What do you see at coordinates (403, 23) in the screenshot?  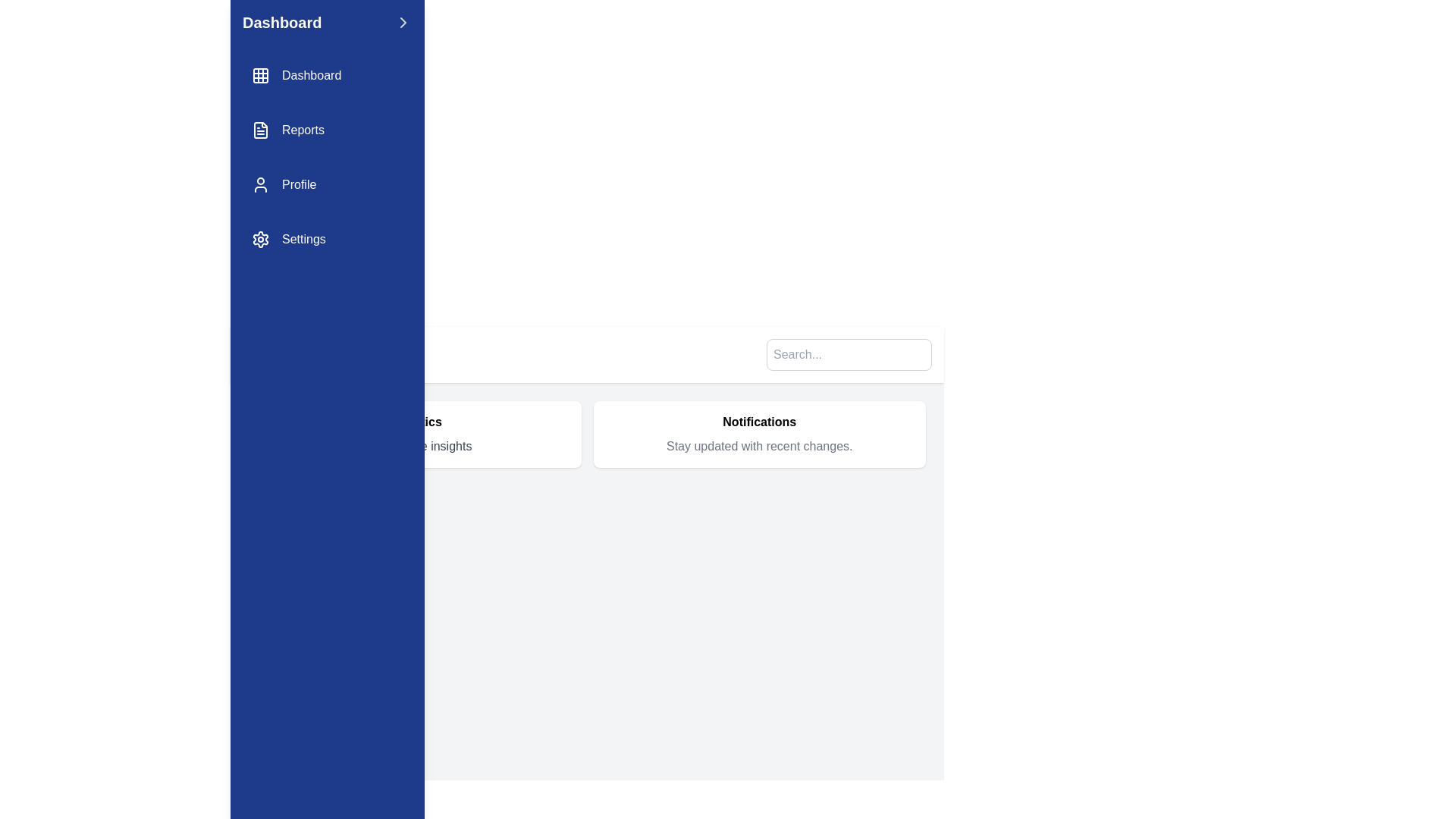 I see `the leftward-pointing chevron icon located in the upper right corner of the blue vertical sidebar, aligned with the 'Dashboard' label` at bounding box center [403, 23].